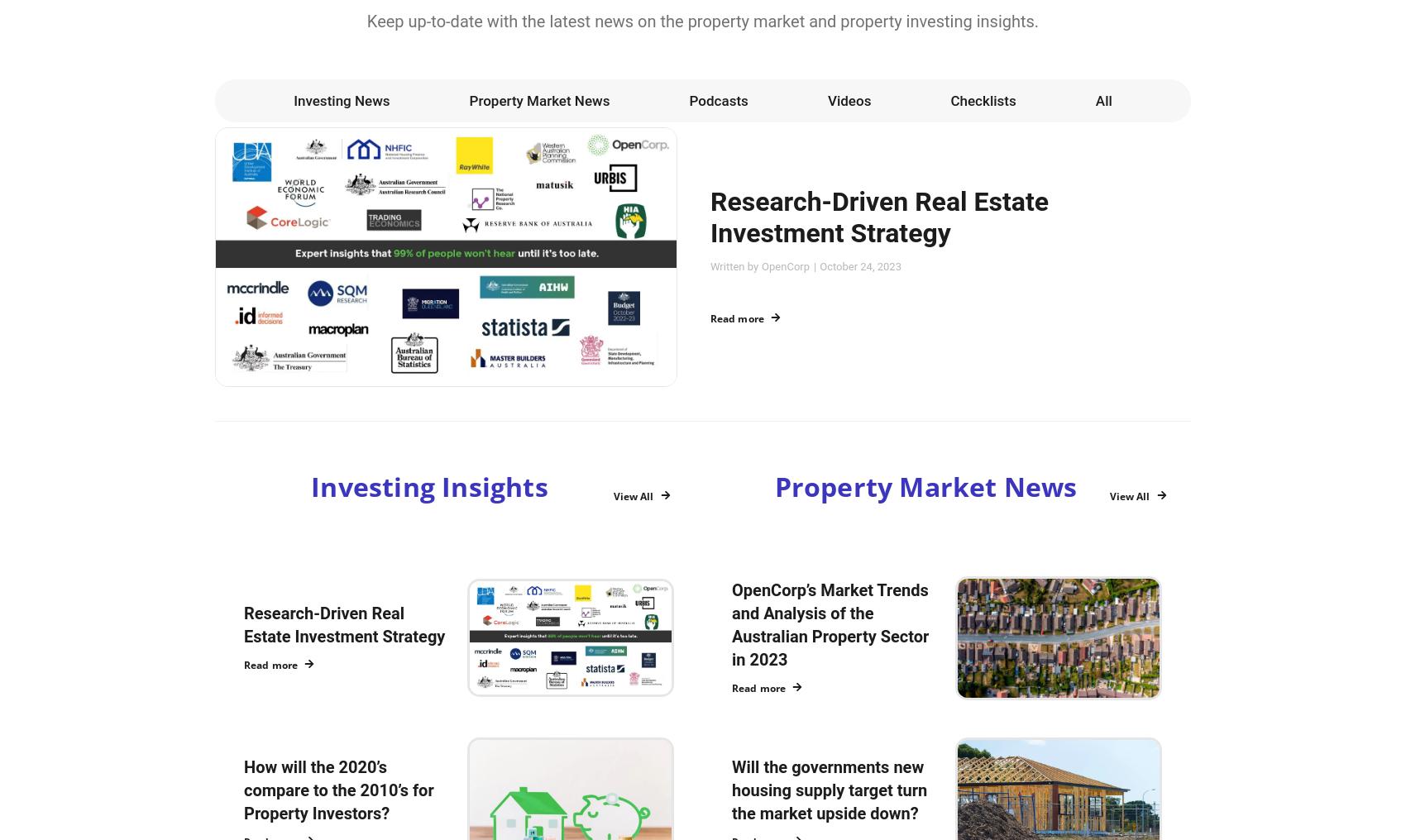  Describe the element at coordinates (982, 100) in the screenshot. I see `'Checklists'` at that location.